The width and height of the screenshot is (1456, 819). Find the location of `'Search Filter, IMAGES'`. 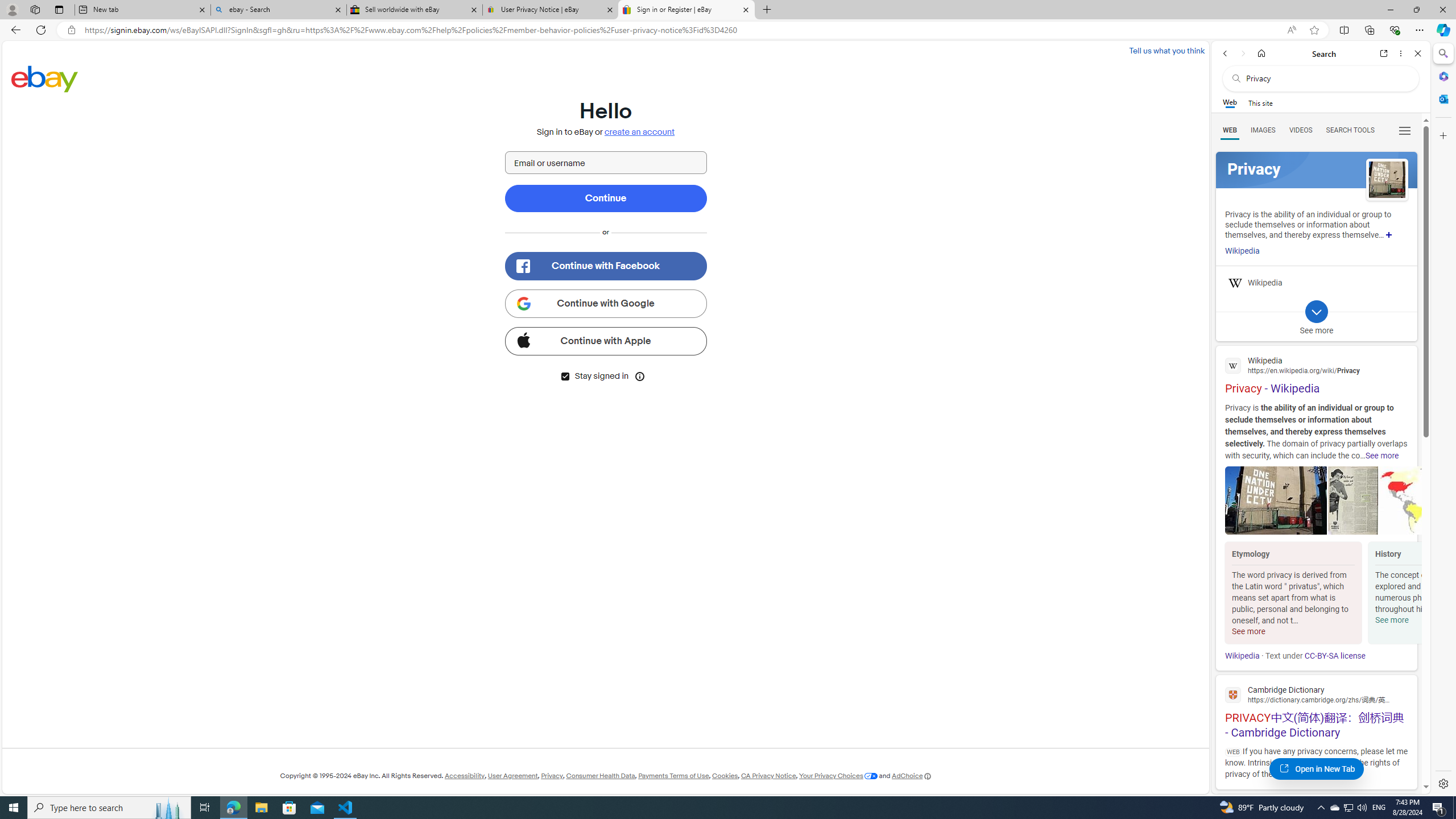

'Search Filter, IMAGES' is located at coordinates (1262, 129).